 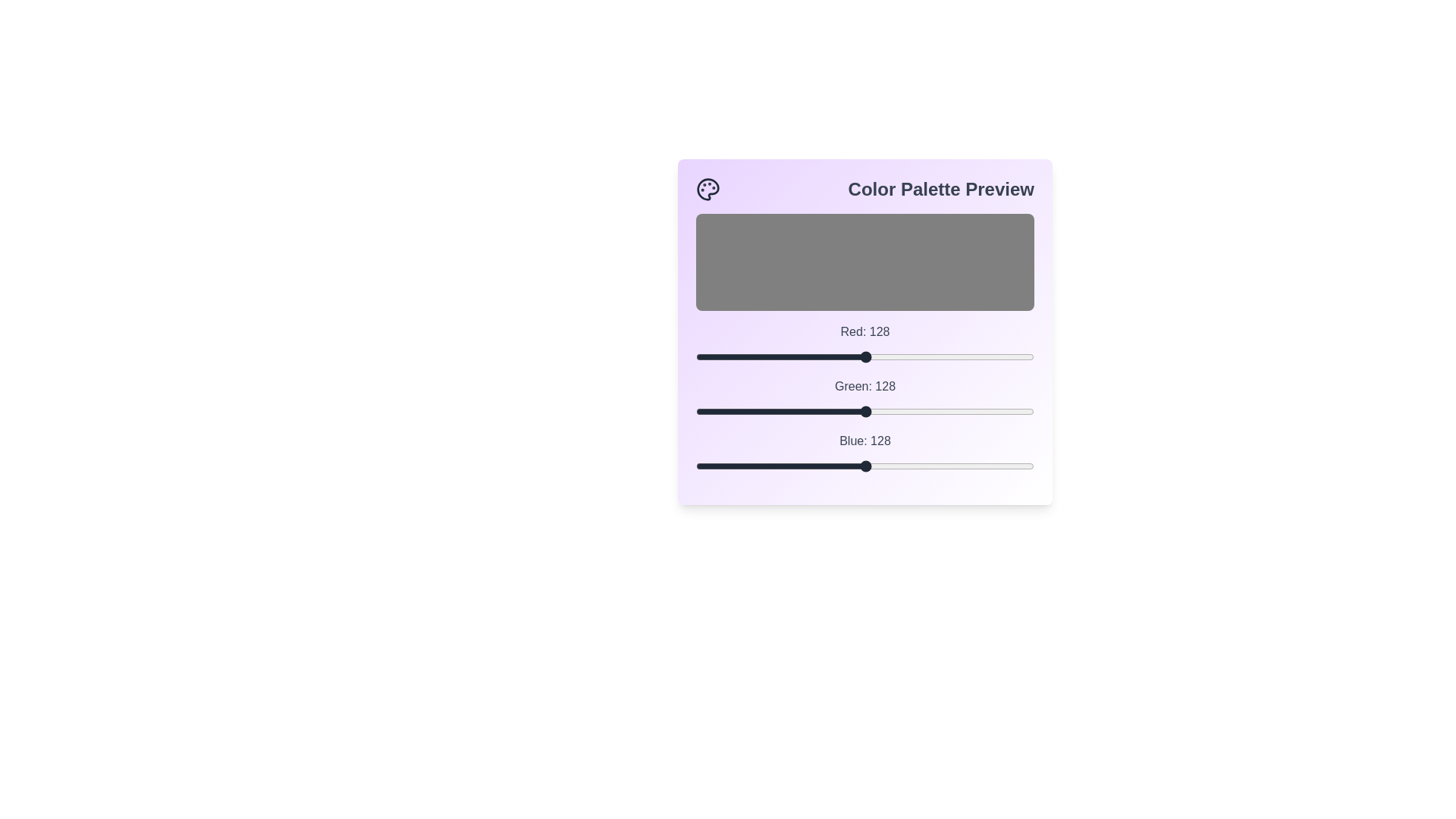 I want to click on the main circular shape of the color palette icon located in the top-left corner of the UI color palette interface, so click(x=708, y=189).